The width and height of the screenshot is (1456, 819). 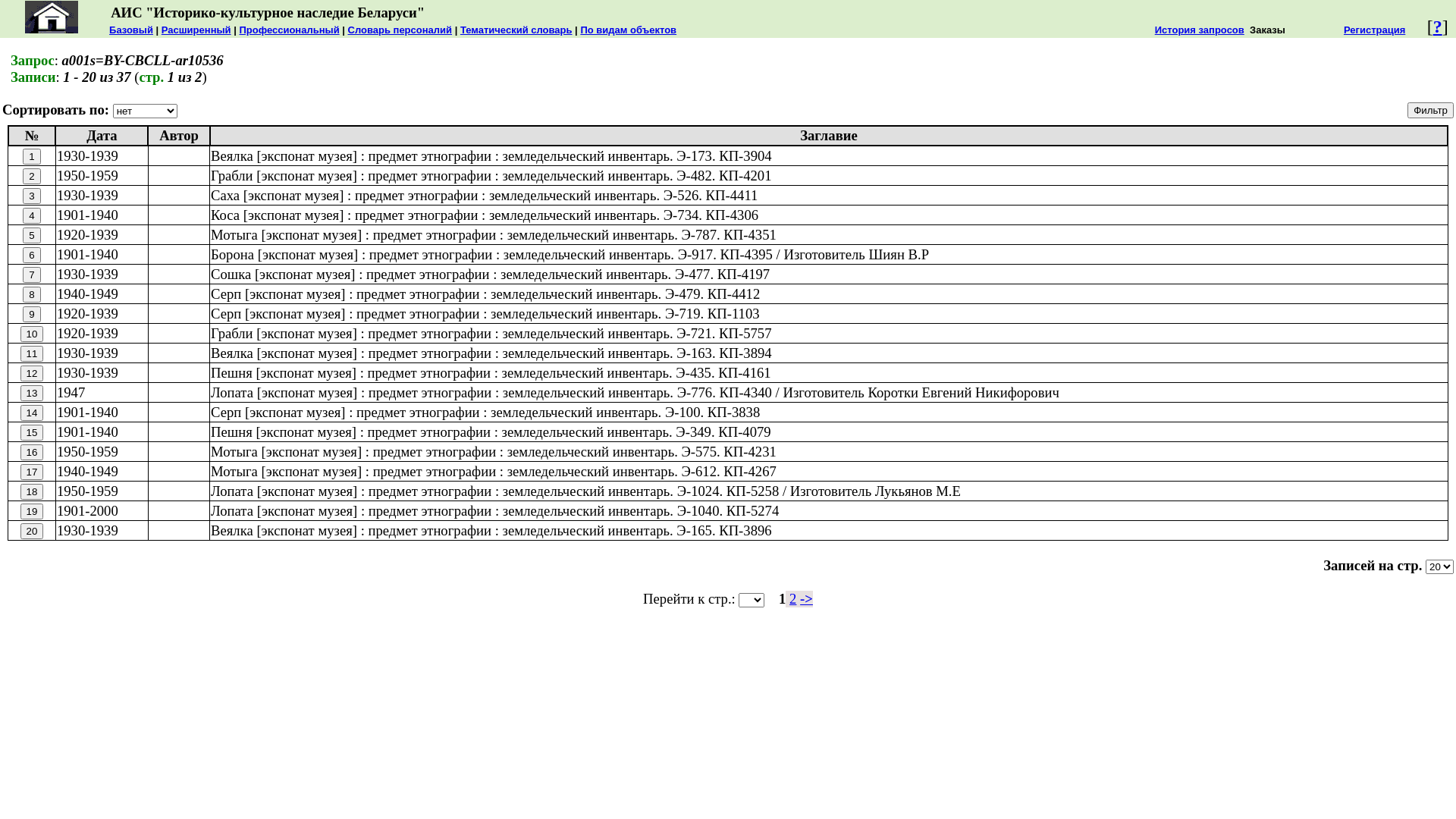 I want to click on '6', so click(x=31, y=254).